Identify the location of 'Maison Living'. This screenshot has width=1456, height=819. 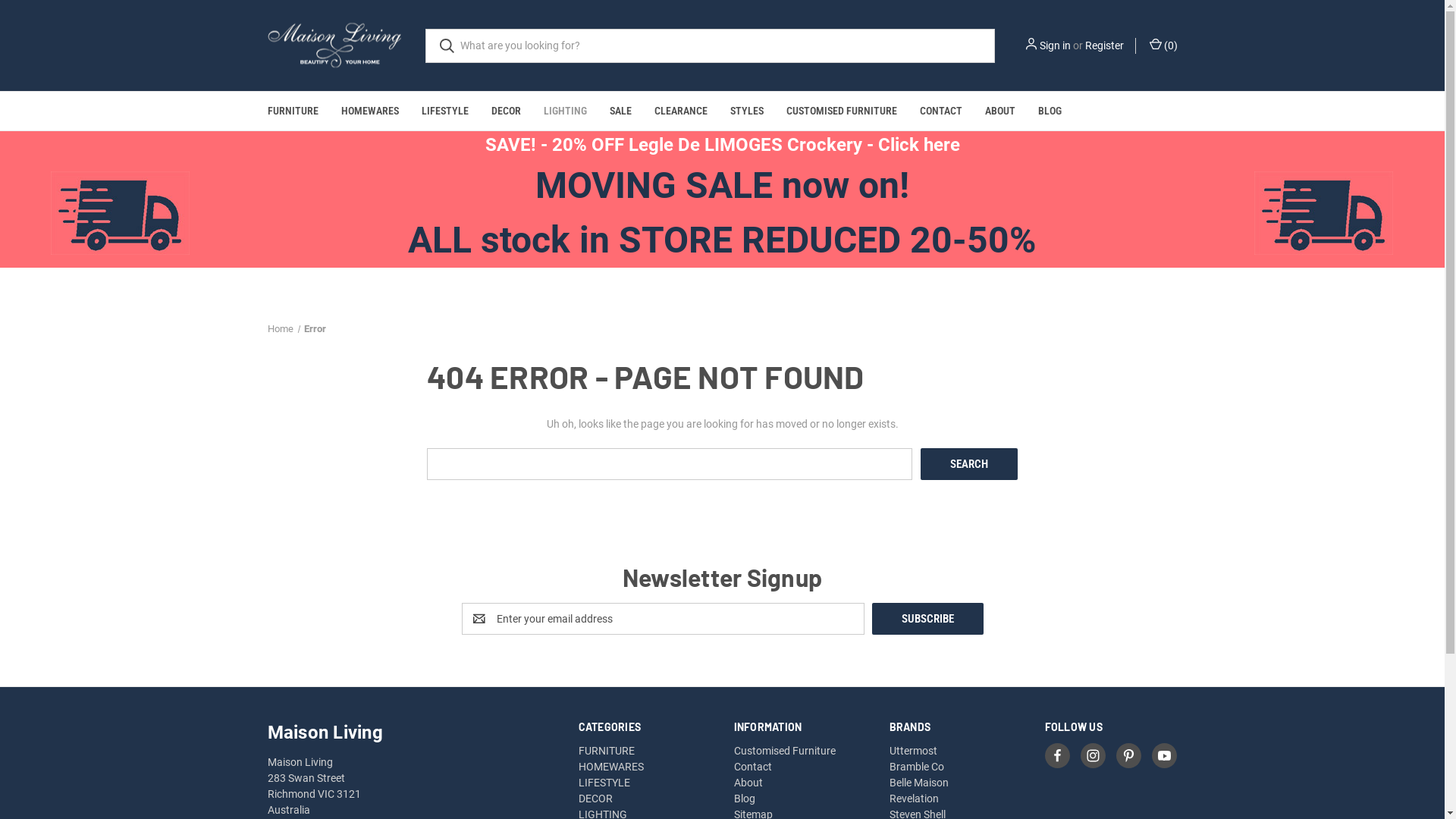
(334, 45).